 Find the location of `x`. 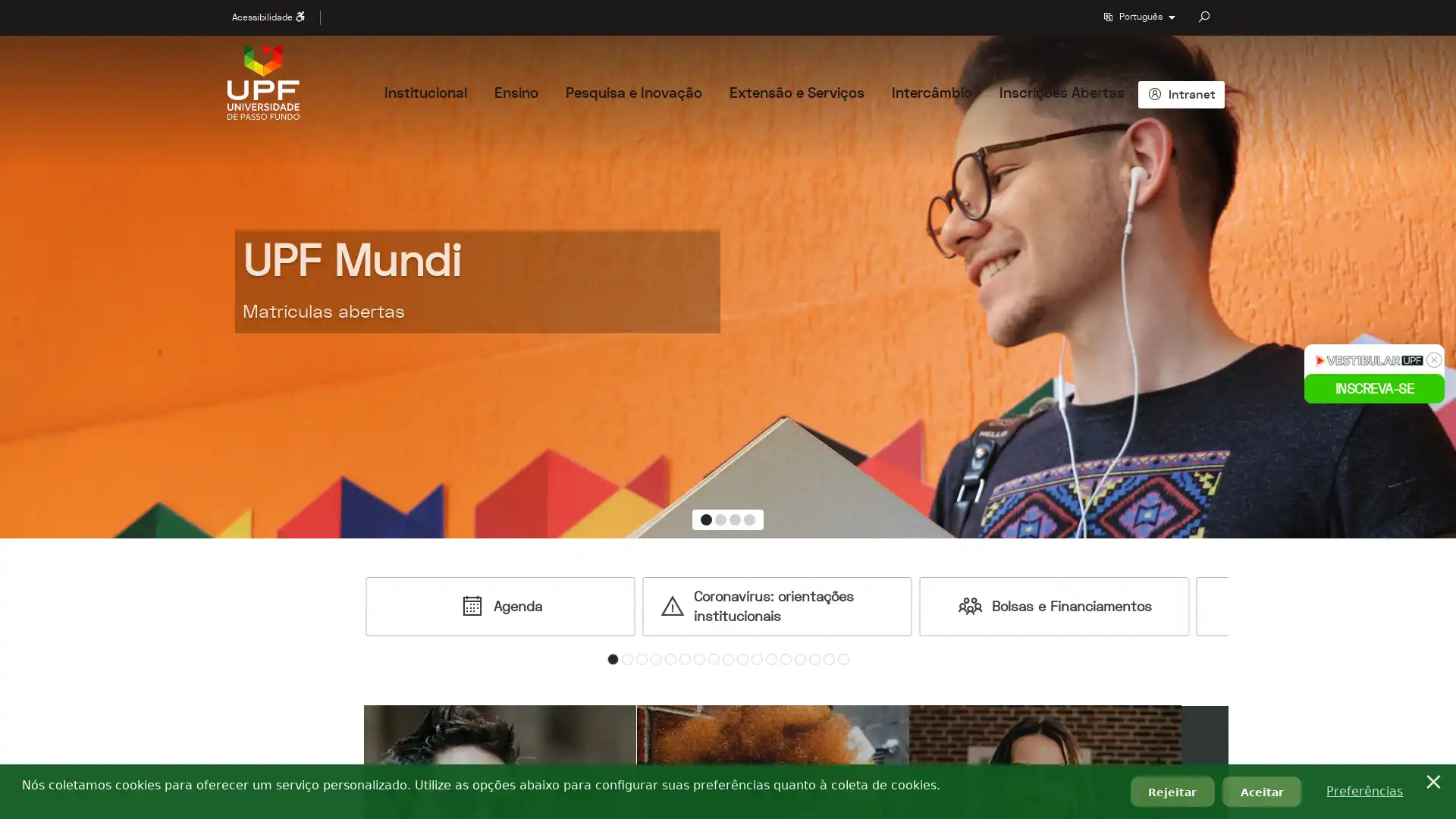

x is located at coordinates (1433, 359).